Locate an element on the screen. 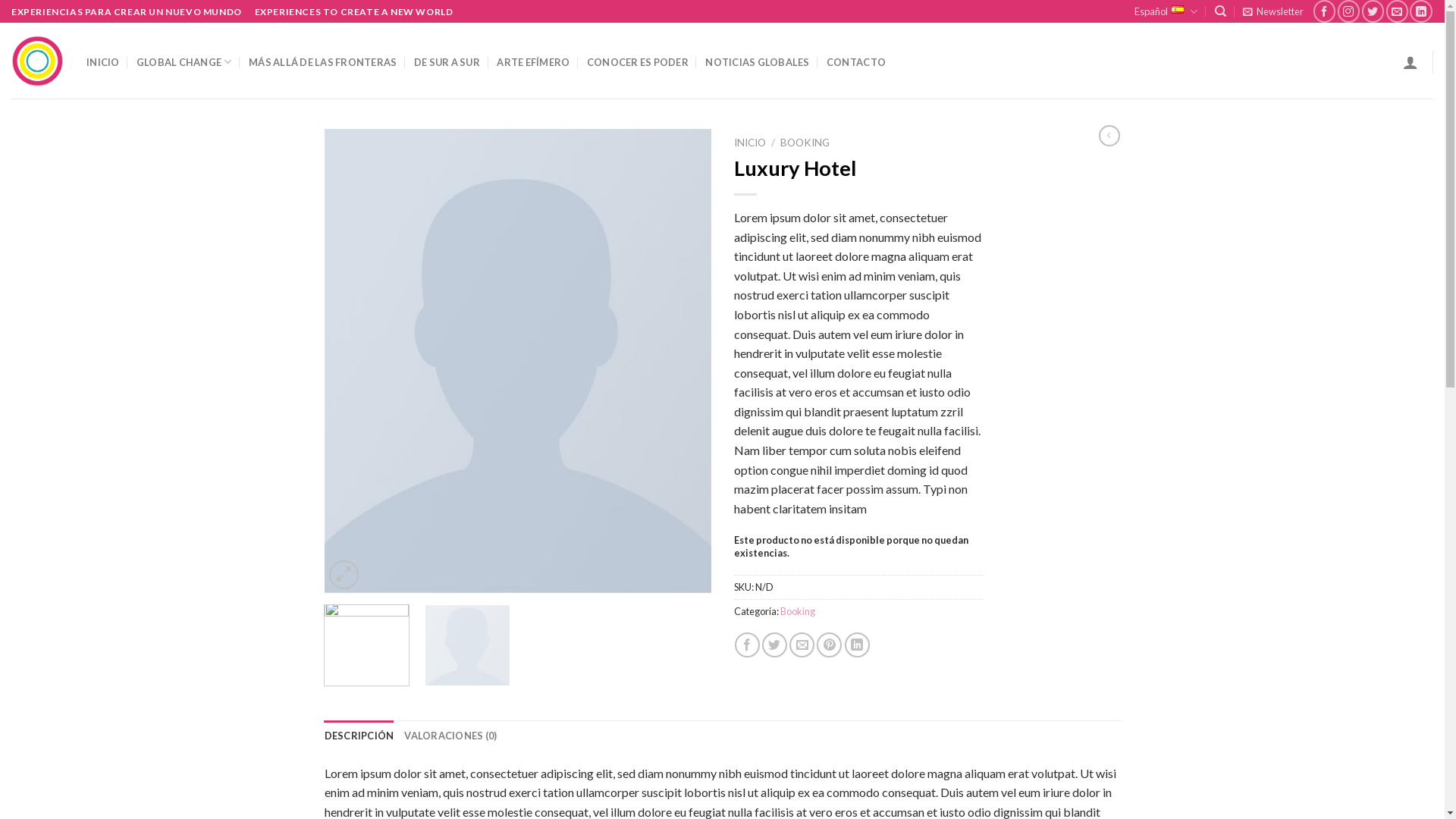 This screenshot has height=819, width=1456. 'BOOKING' is located at coordinates (804, 143).